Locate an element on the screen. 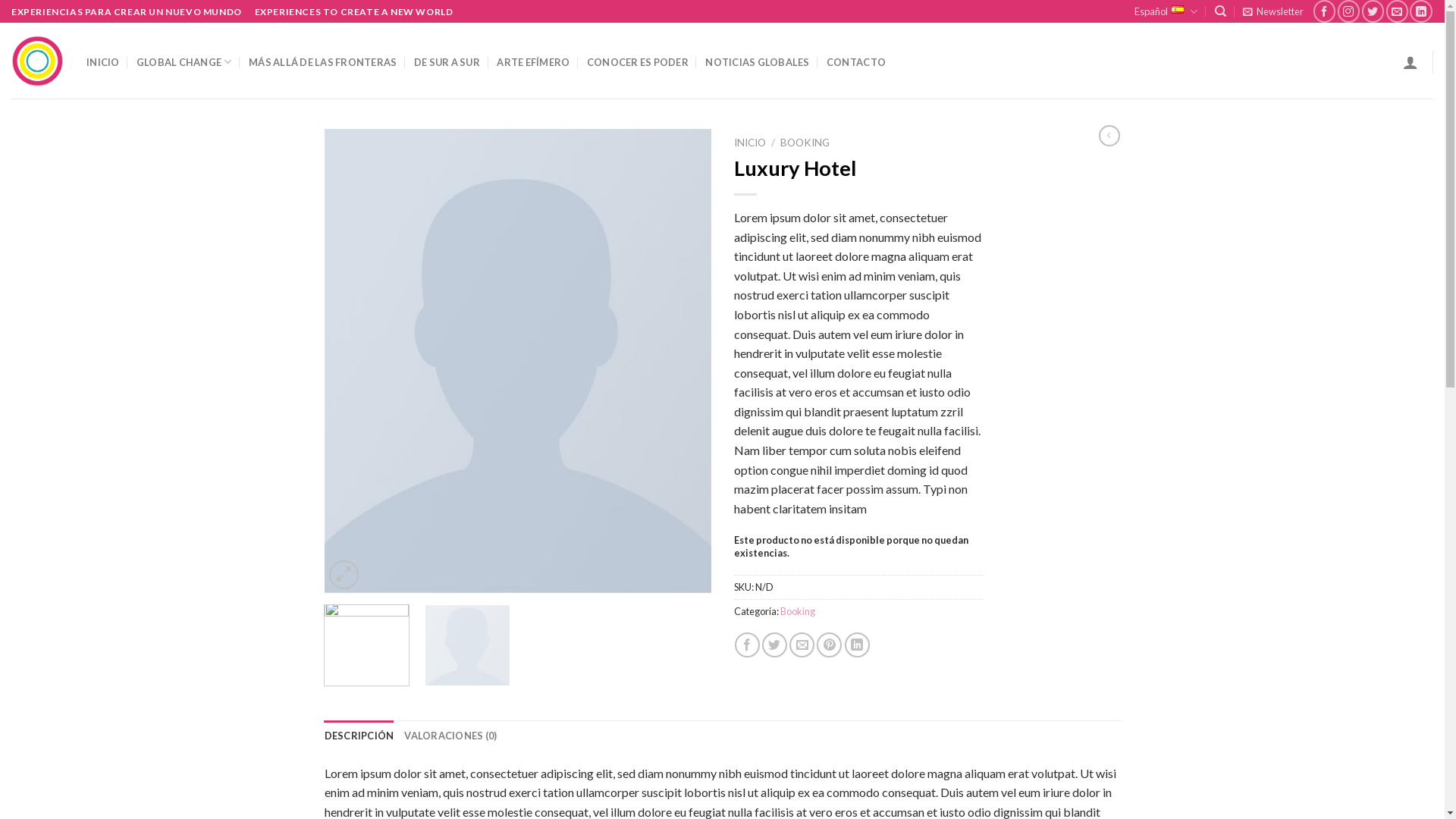 This screenshot has height=819, width=1456. 'BOOKING' is located at coordinates (804, 143).